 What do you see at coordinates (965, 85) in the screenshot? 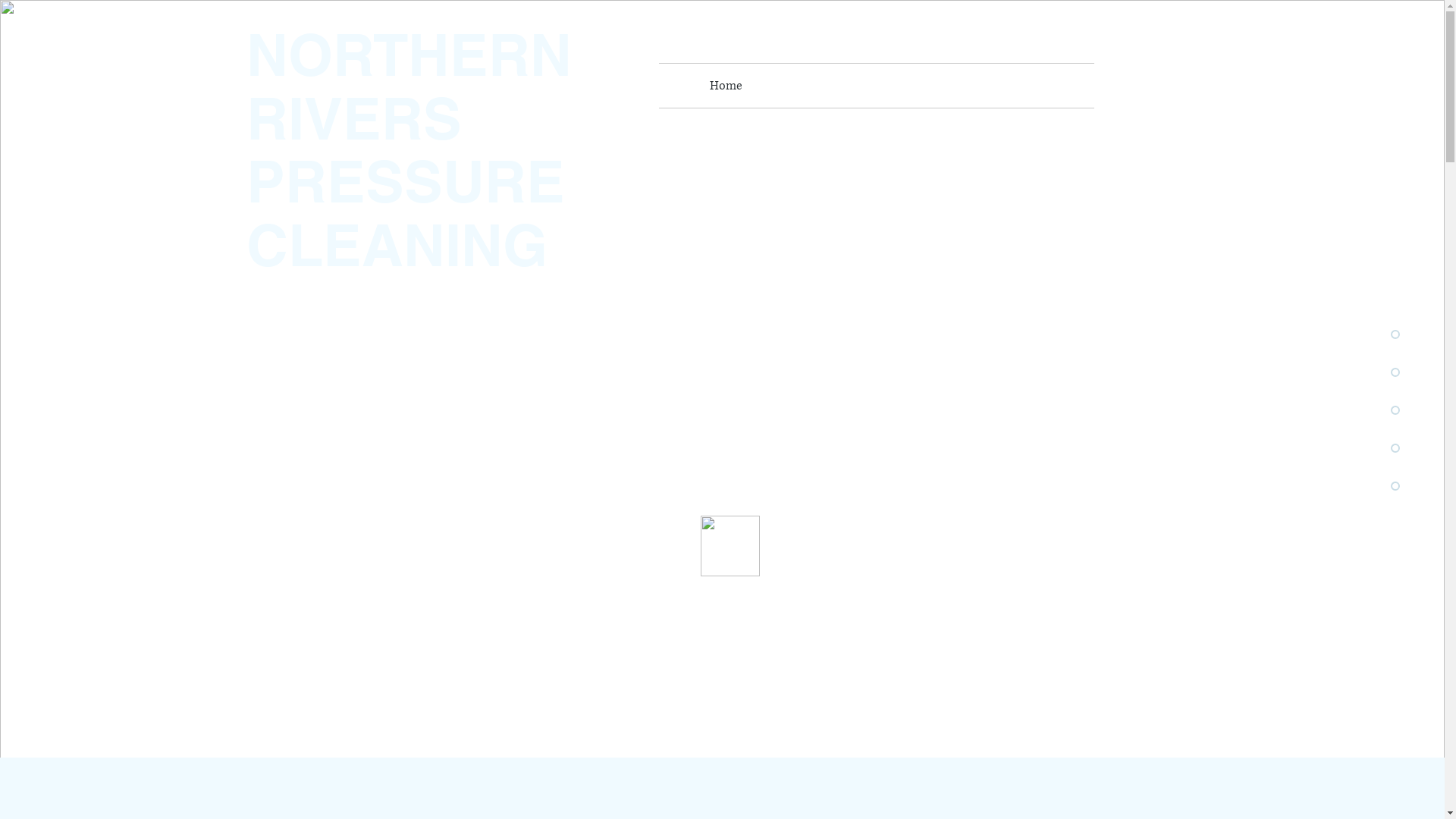
I see `'Contact'` at bounding box center [965, 85].